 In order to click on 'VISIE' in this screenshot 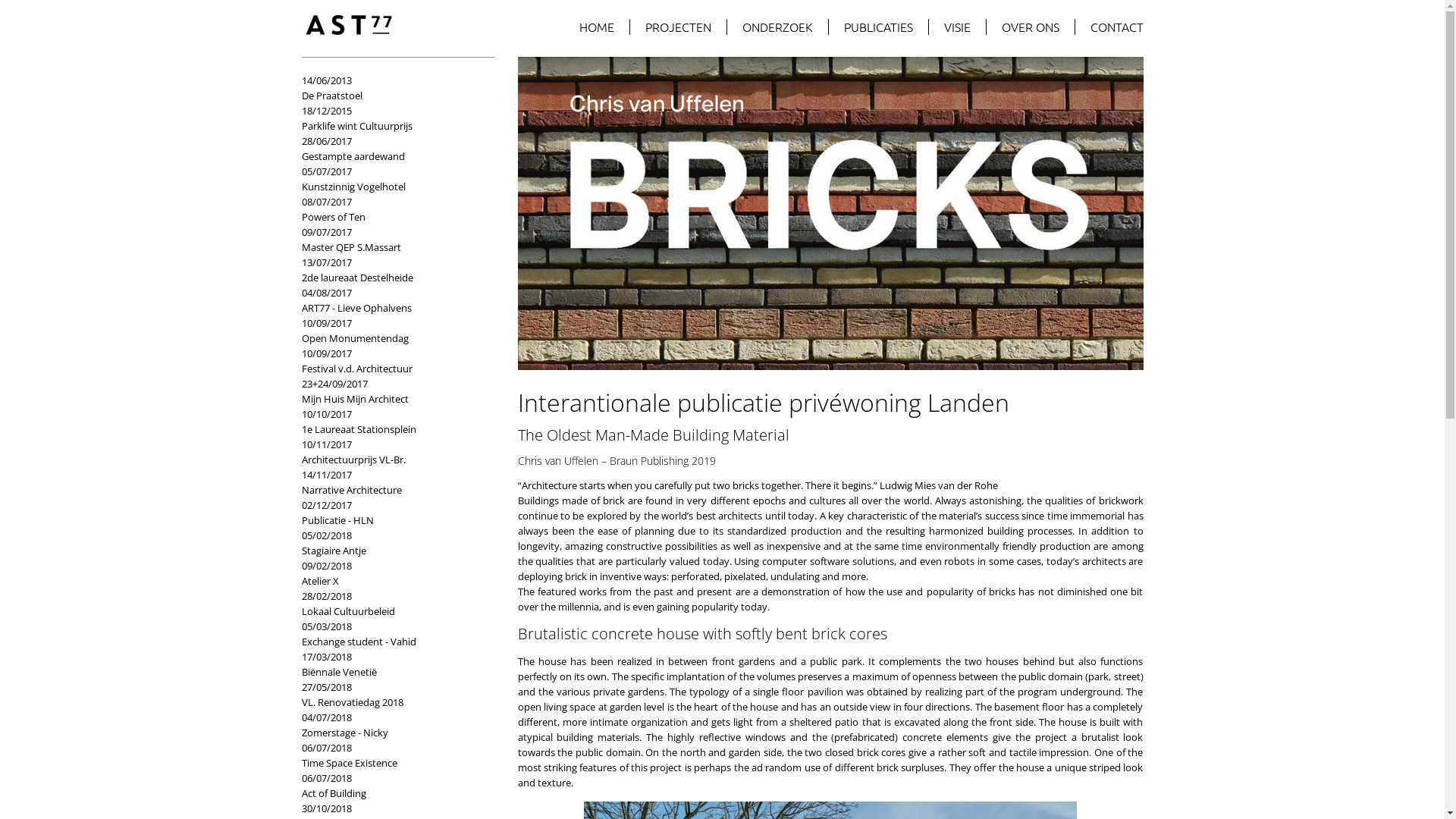, I will do `click(956, 27)`.